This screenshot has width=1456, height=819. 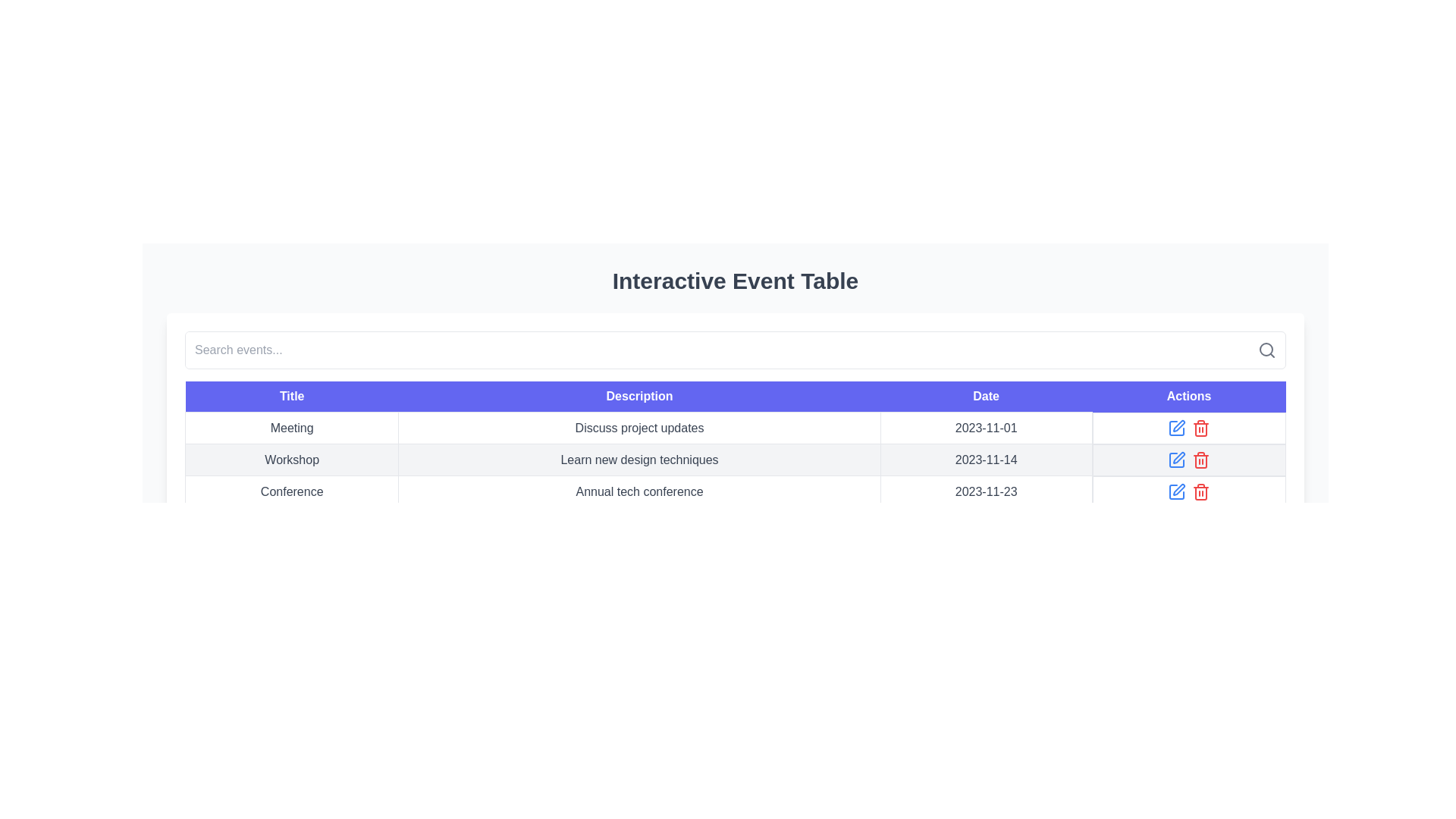 What do you see at coordinates (639, 396) in the screenshot?
I see `the second column header in the table to sort the data in the corresponding column, which contains descriptions of various items or events` at bounding box center [639, 396].